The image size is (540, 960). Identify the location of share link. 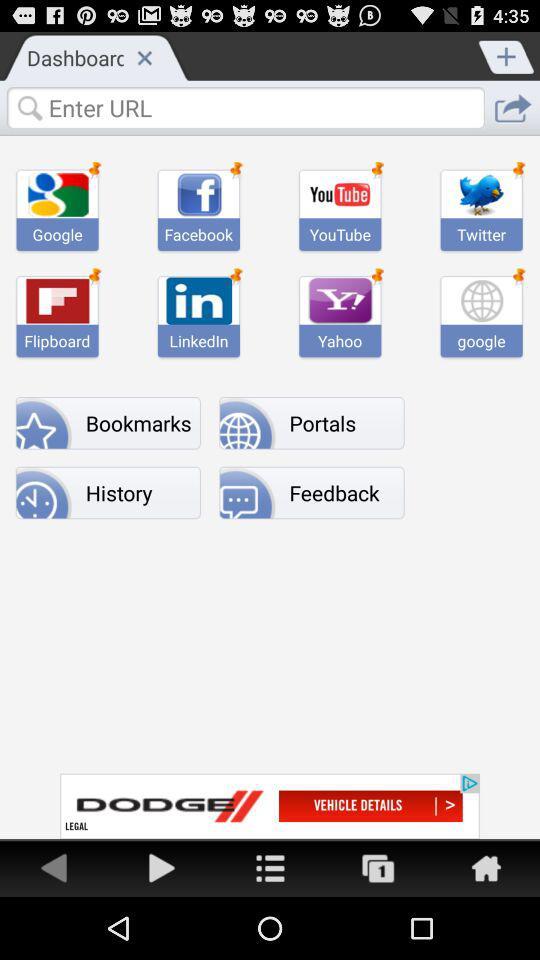
(270, 866).